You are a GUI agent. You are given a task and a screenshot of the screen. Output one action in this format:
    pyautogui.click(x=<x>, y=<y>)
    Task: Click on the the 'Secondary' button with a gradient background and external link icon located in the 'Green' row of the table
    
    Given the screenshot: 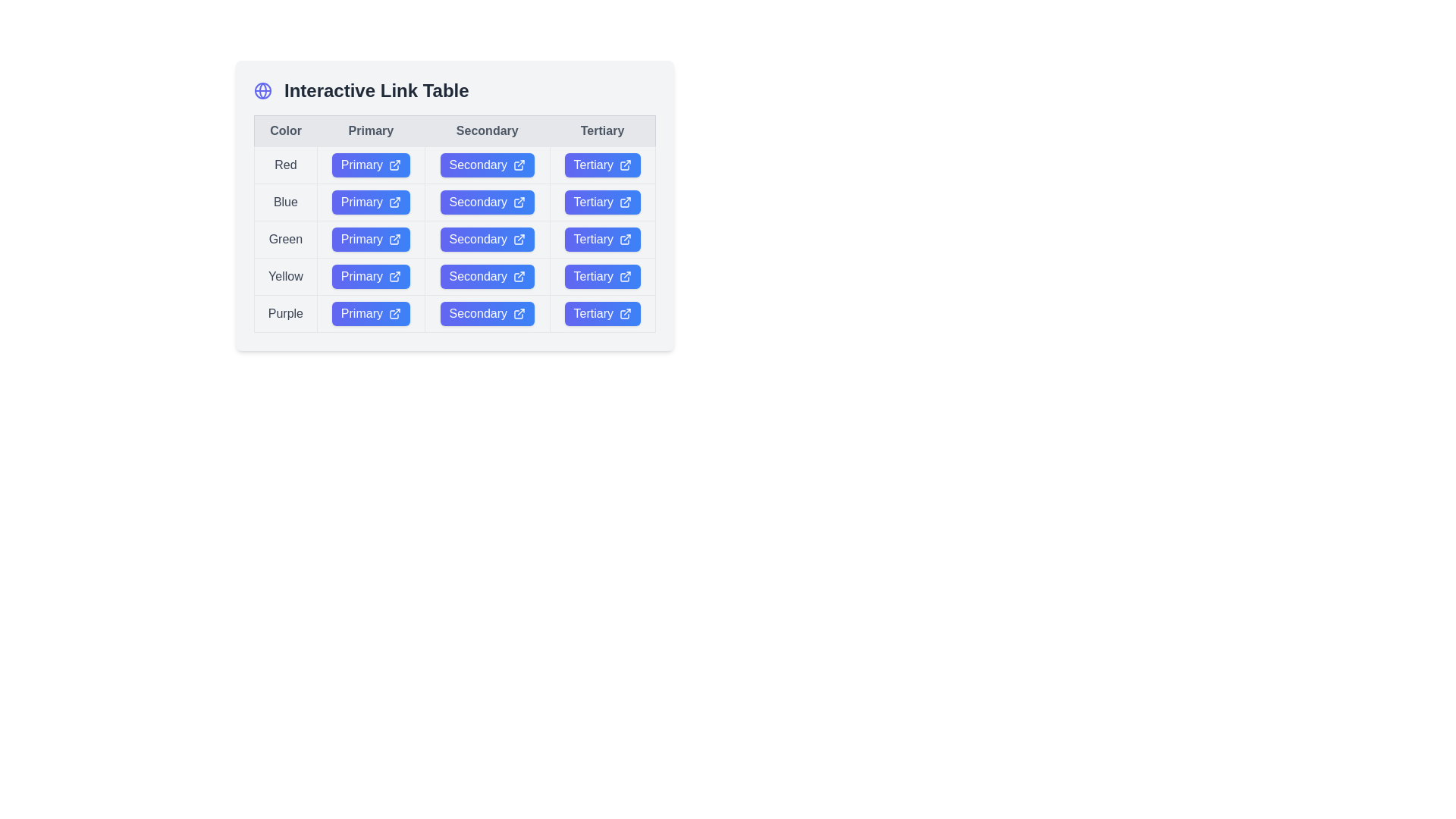 What is the action you would take?
    pyautogui.click(x=487, y=239)
    